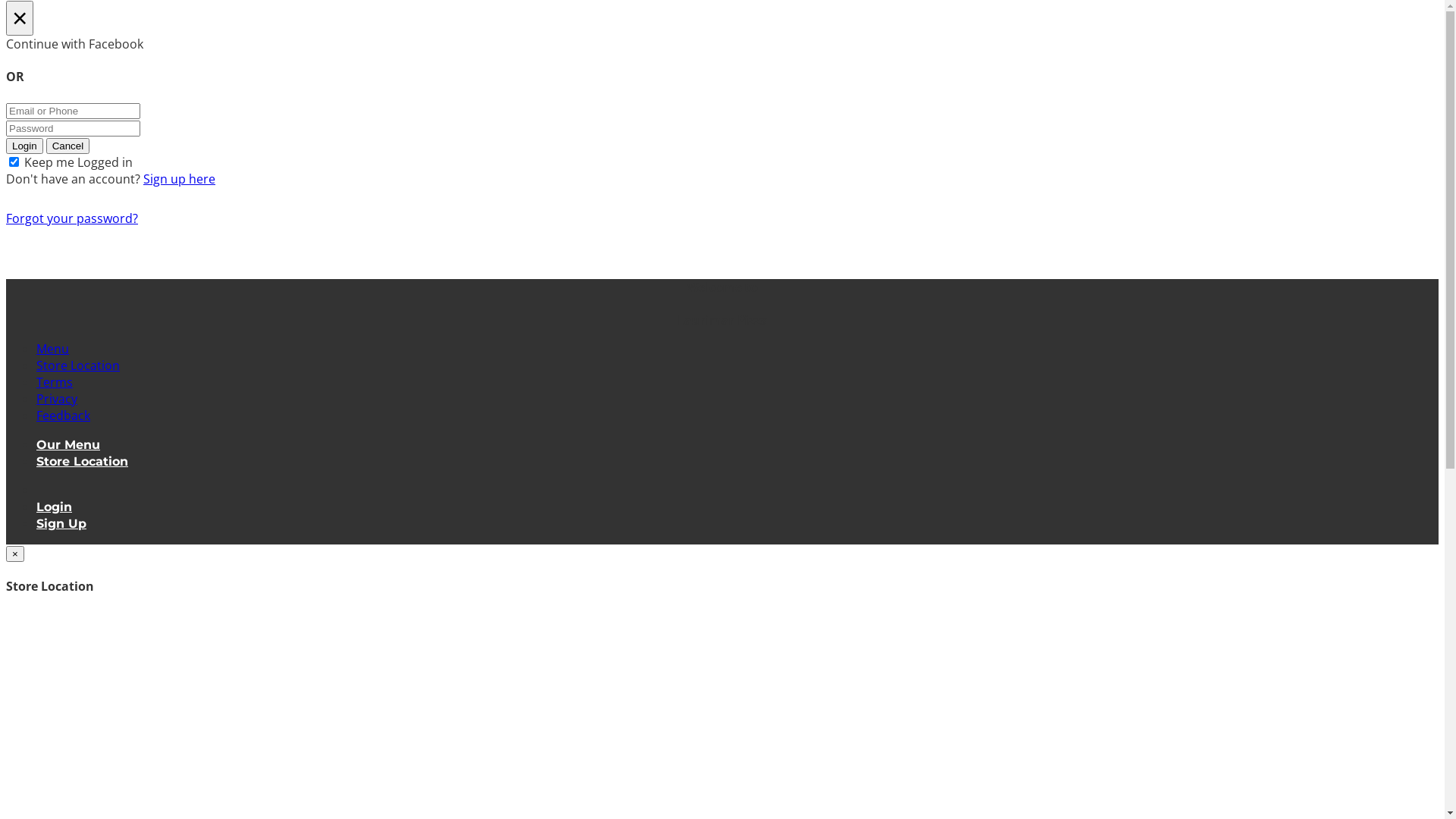 This screenshot has height=819, width=1456. I want to click on 'Our Menu', so click(67, 444).